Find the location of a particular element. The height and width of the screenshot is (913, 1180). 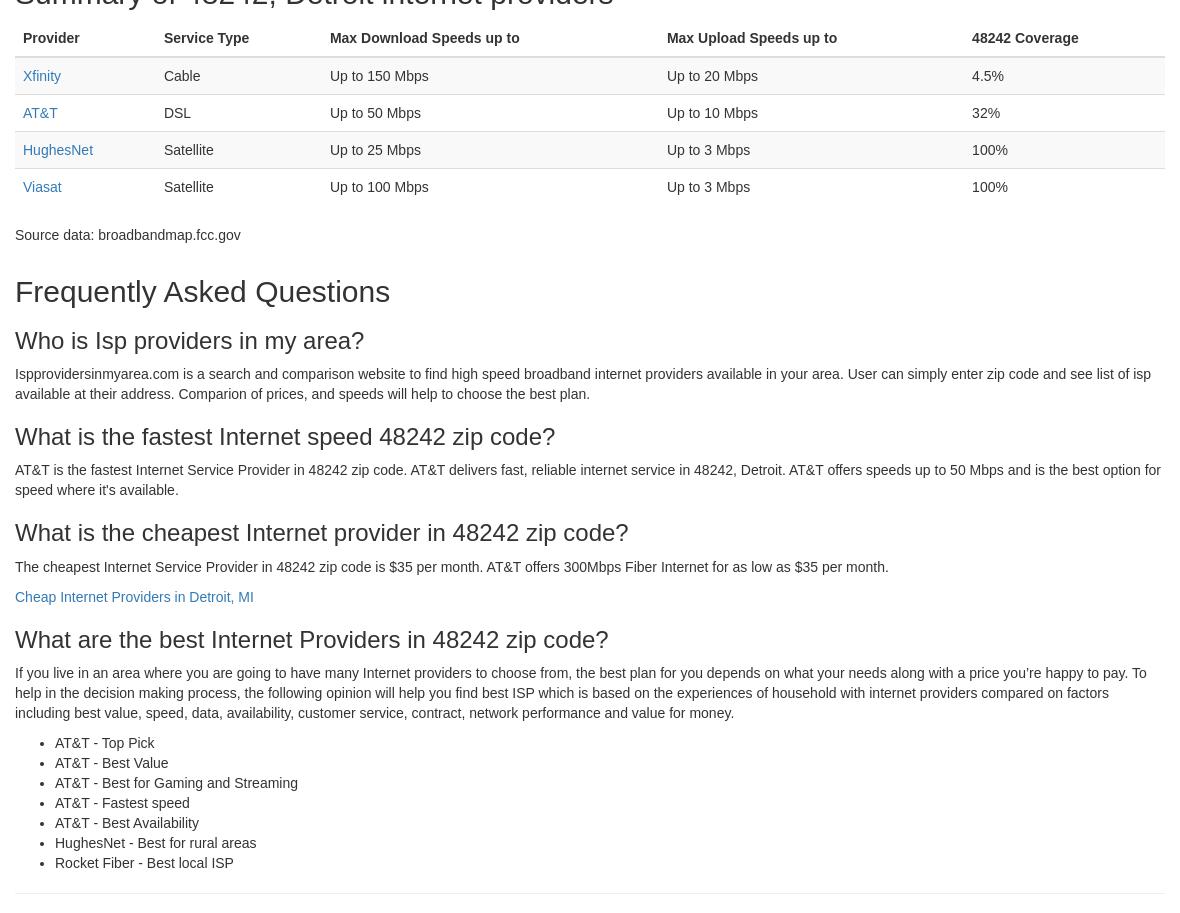

'4.5%' is located at coordinates (987, 73).